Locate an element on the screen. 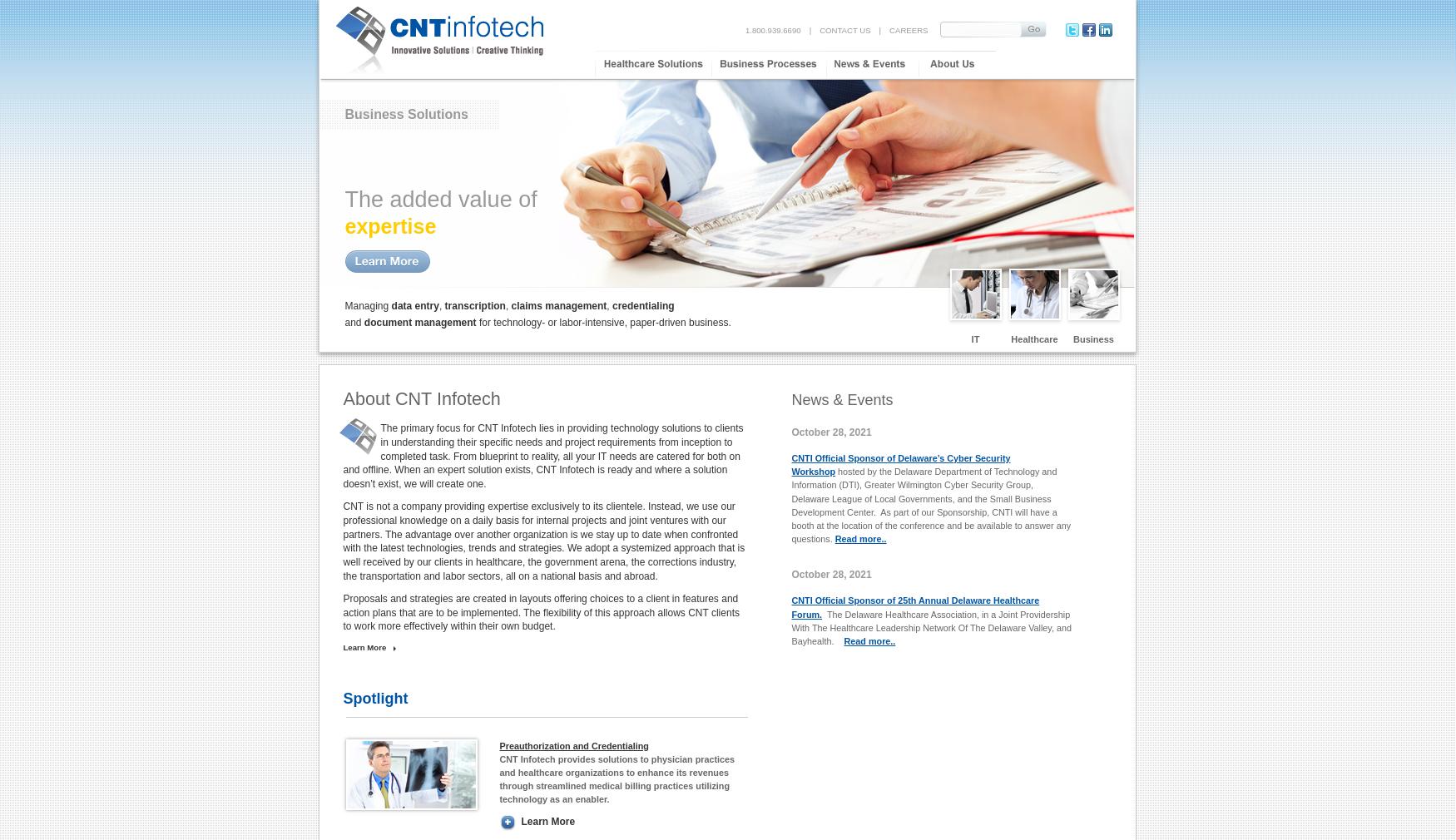  'Preauthorization and Credentialing' is located at coordinates (573, 744).